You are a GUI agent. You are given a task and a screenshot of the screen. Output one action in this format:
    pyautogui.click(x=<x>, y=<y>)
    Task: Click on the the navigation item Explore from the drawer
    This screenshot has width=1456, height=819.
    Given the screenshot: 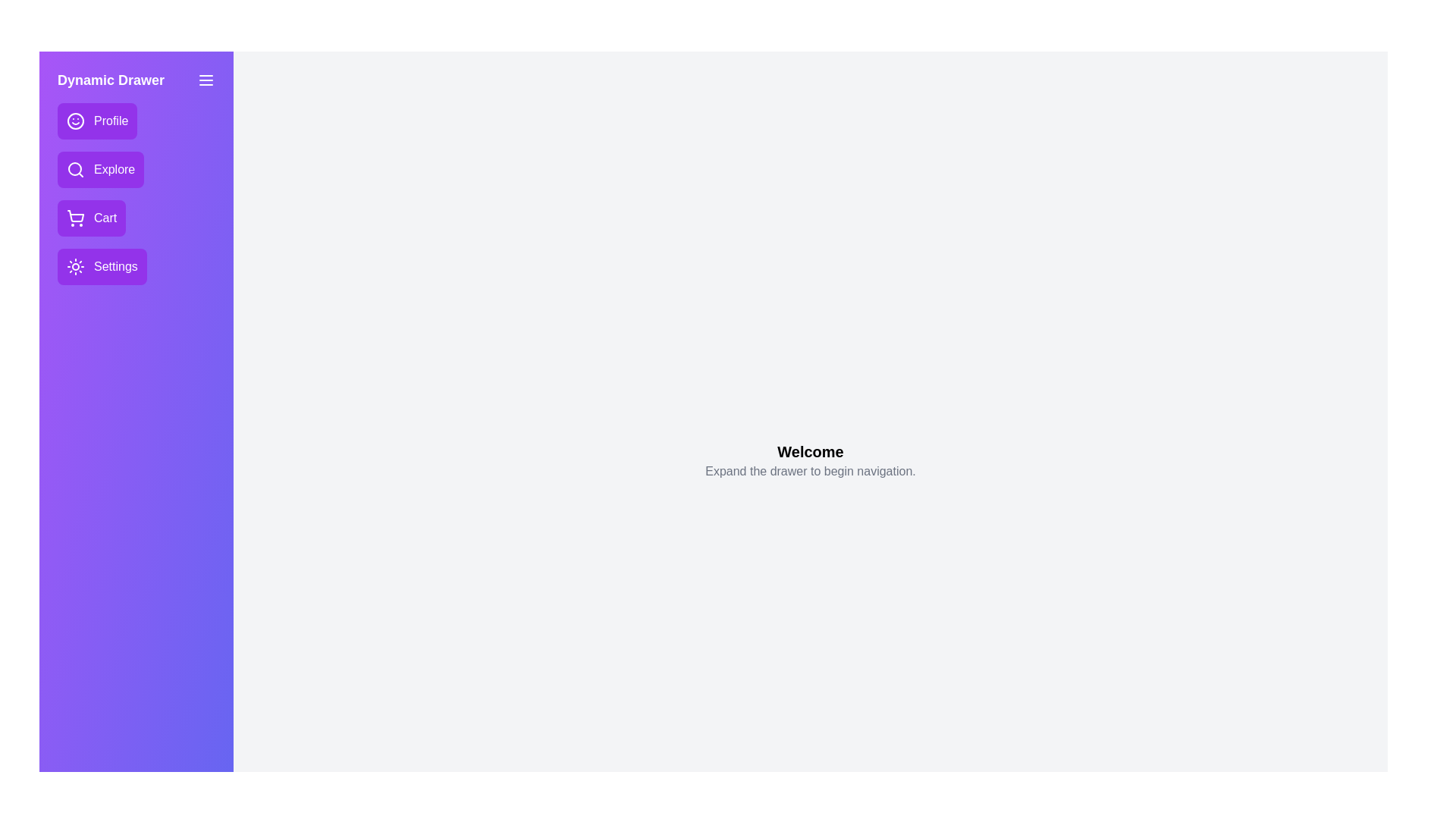 What is the action you would take?
    pyautogui.click(x=100, y=169)
    